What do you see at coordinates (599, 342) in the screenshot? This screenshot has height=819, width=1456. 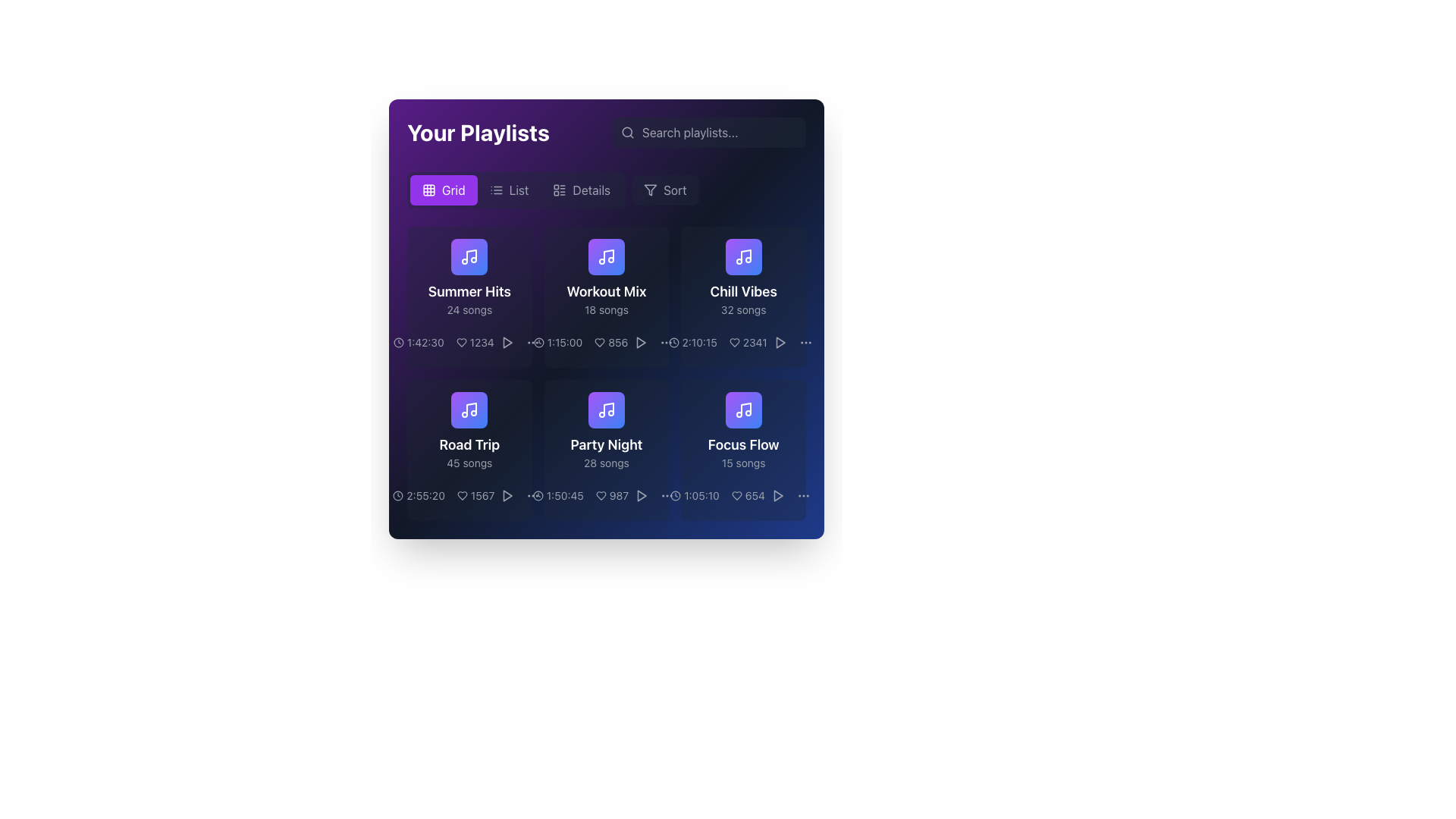 I see `the 'like' icon positioned to the left of the number '856' in the 'Workout Mix' card` at bounding box center [599, 342].